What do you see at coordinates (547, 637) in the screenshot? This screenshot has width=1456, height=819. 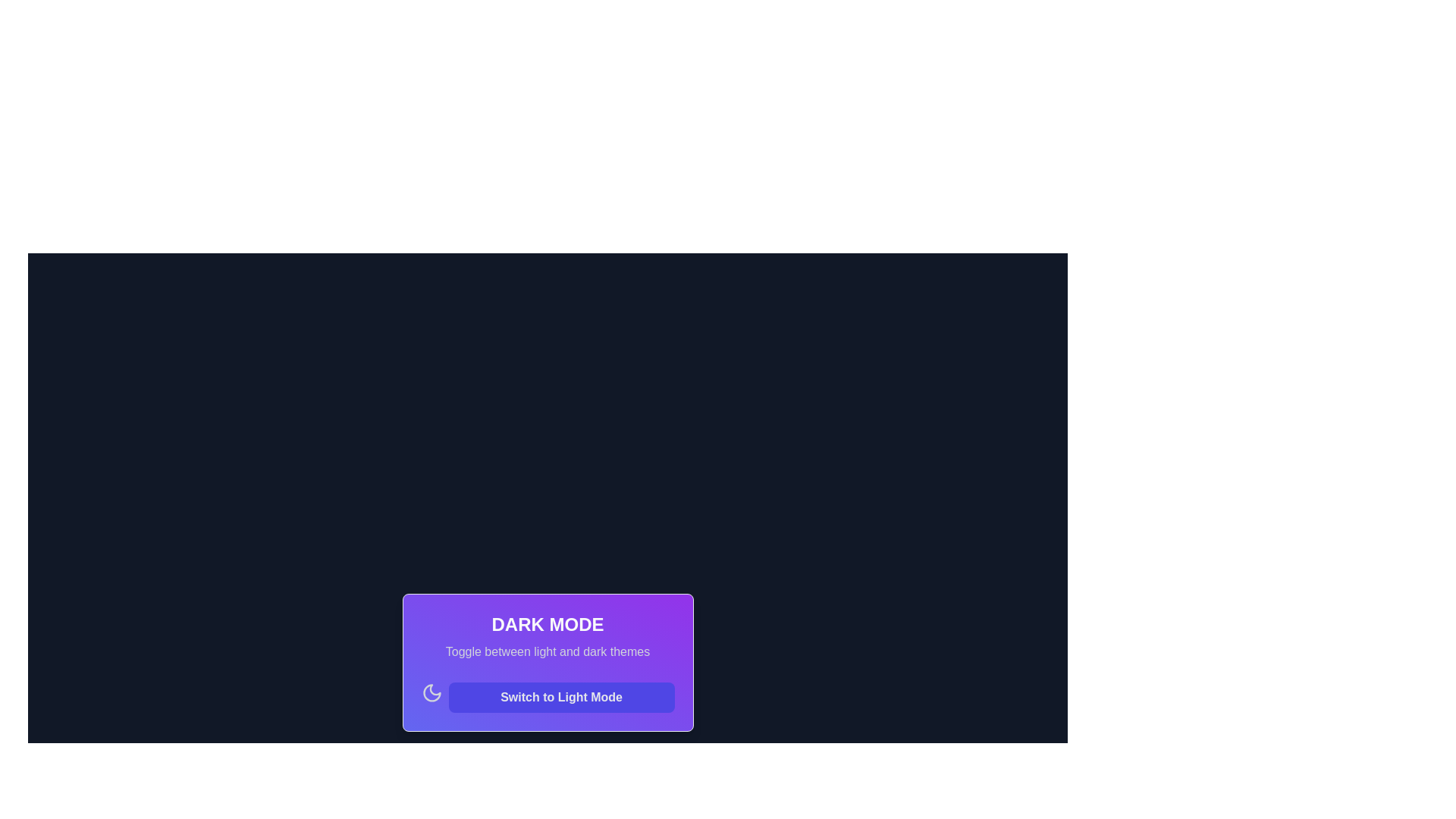 I see `the static text block that provides a label and explanatory text for the dark mode toggle feature, located above the 'Switch to Light Mode' button and next to the moon icon` at bounding box center [547, 637].